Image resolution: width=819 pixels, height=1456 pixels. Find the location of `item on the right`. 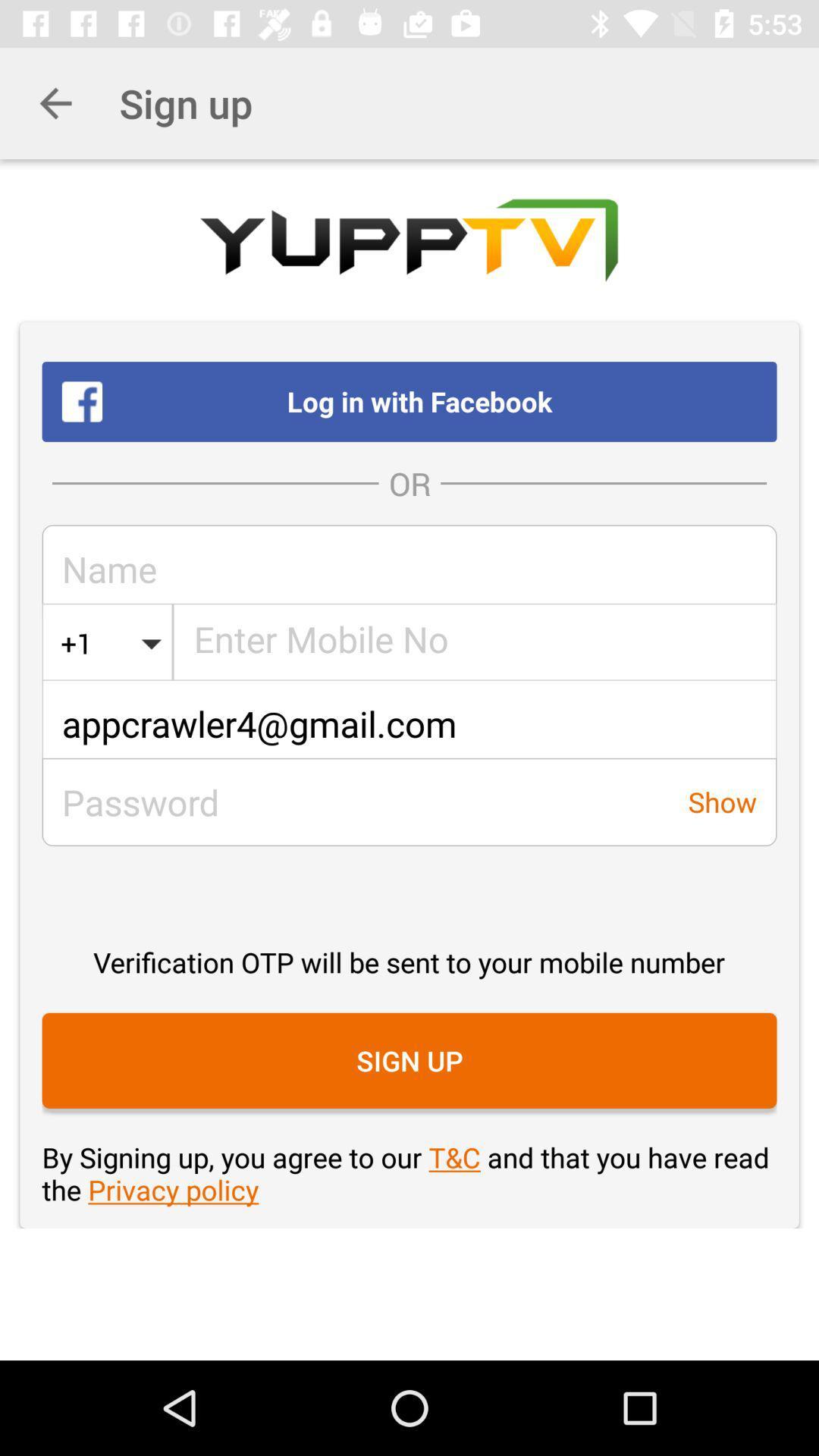

item on the right is located at coordinates (721, 801).